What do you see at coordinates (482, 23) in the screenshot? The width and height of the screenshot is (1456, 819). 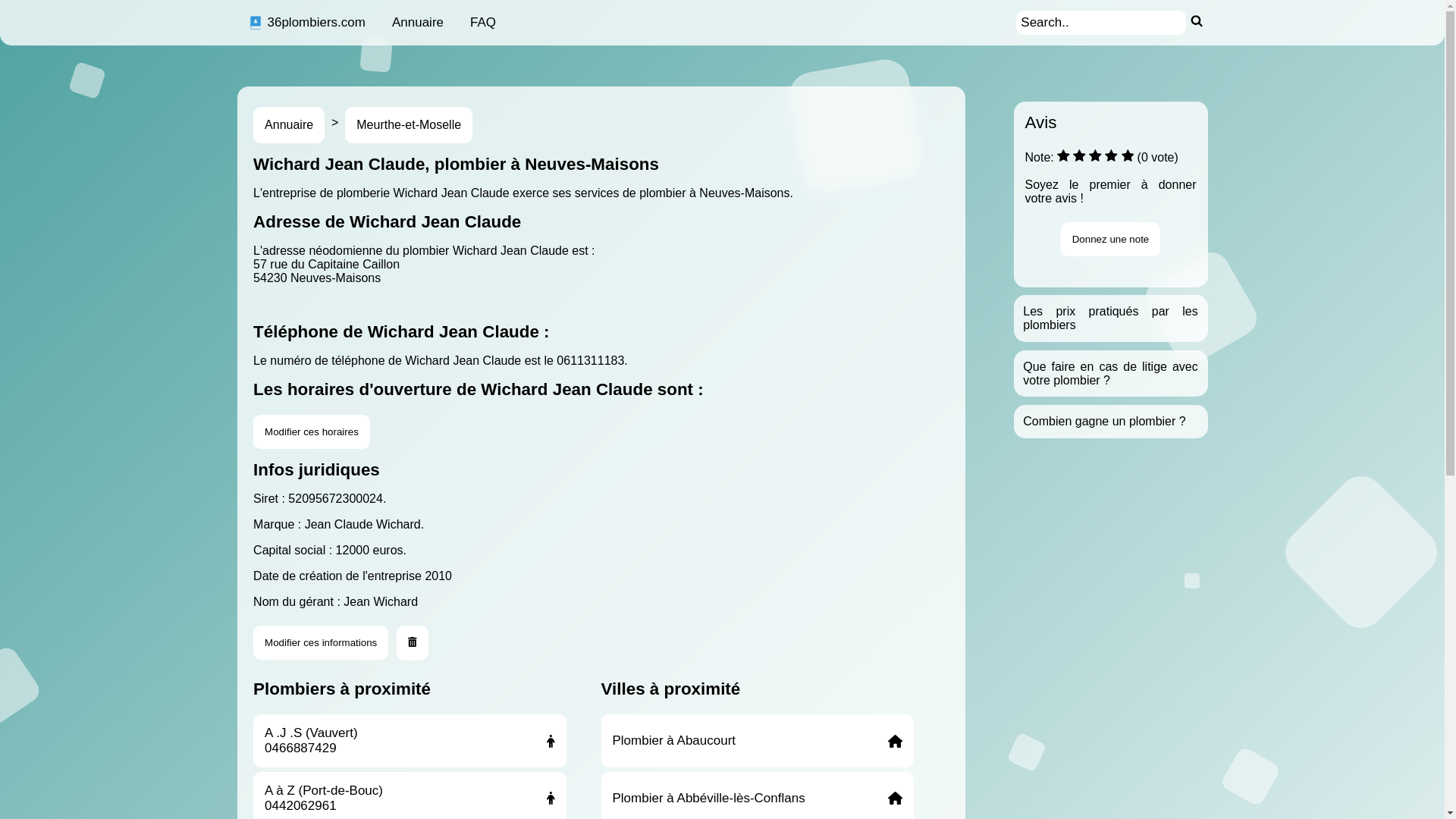 I see `'FAQ'` at bounding box center [482, 23].